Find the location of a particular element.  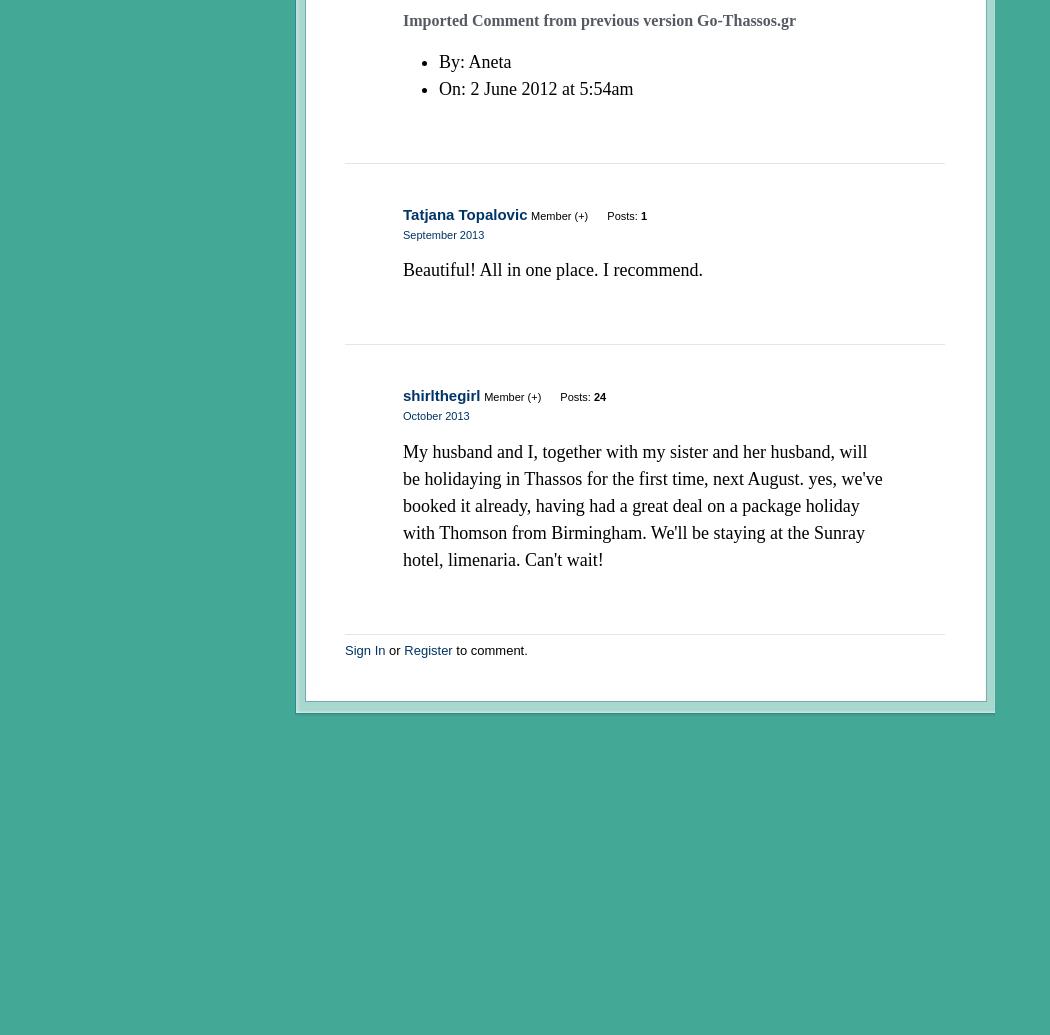

'By' is located at coordinates (438, 60).